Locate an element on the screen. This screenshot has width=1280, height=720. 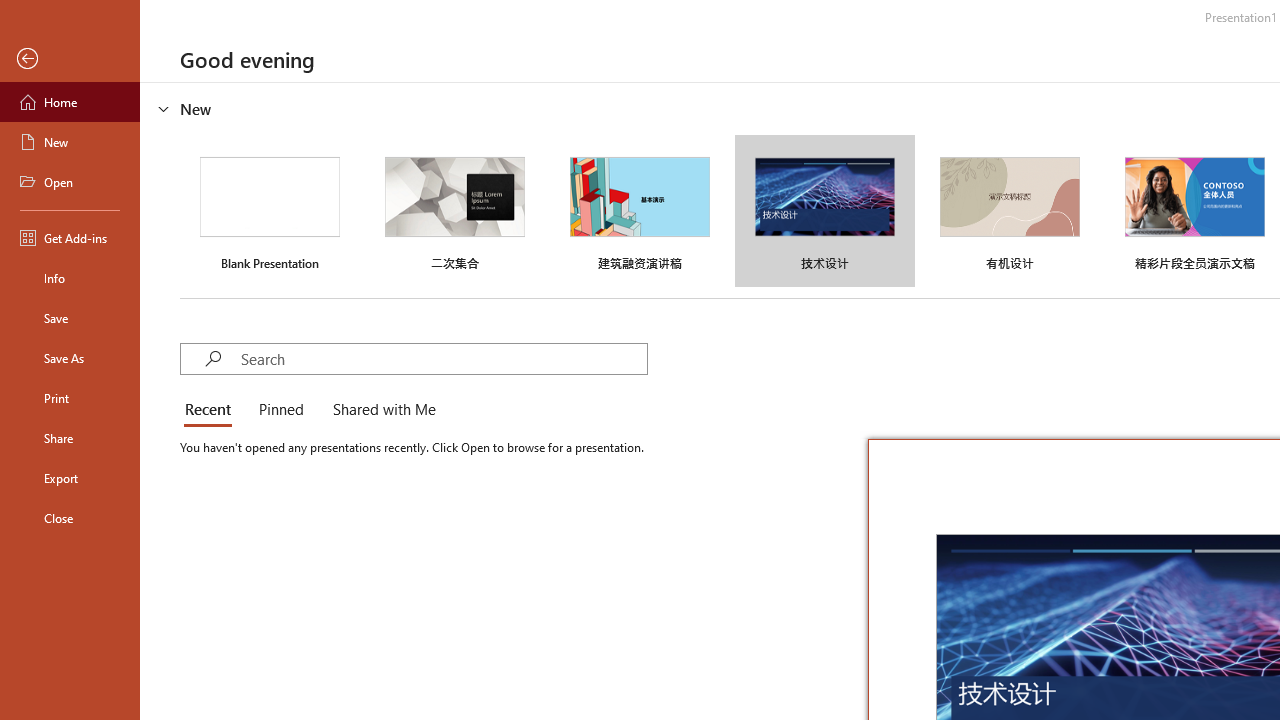
'Recent' is located at coordinates (212, 410).